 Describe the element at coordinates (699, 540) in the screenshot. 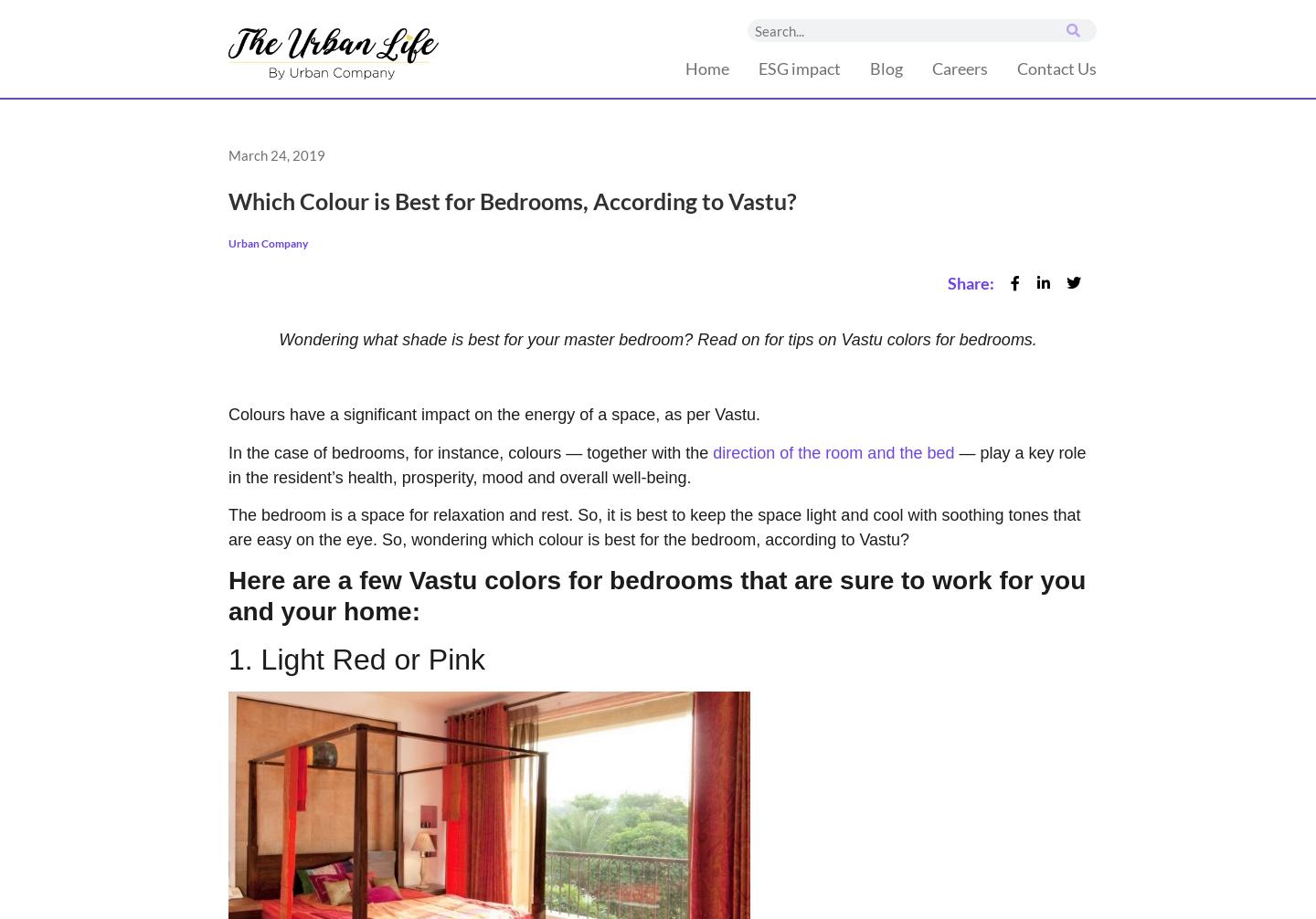

I see `'which colour is best for the bedroom, according to Vastu?'` at that location.